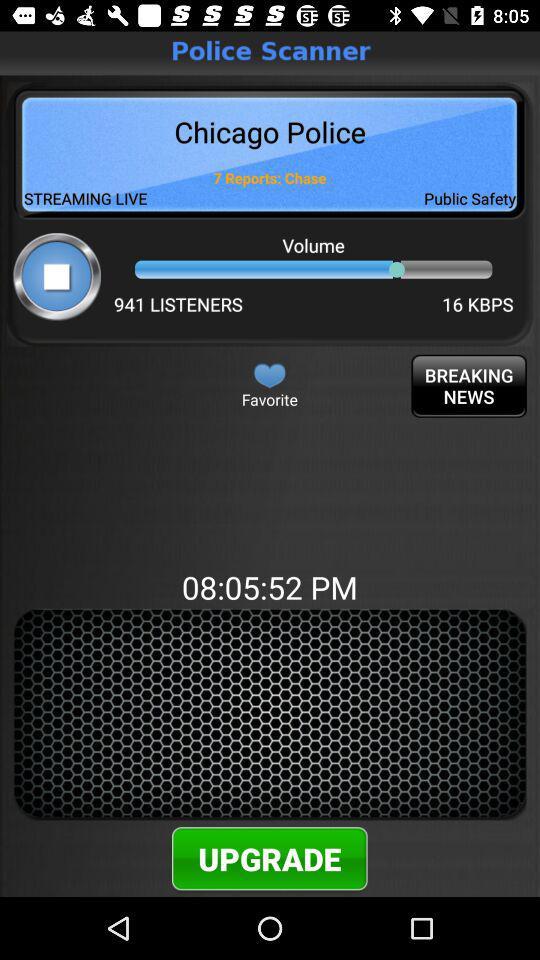 Image resolution: width=540 pixels, height=960 pixels. What do you see at coordinates (269, 374) in the screenshot?
I see `mark station as favorite` at bounding box center [269, 374].